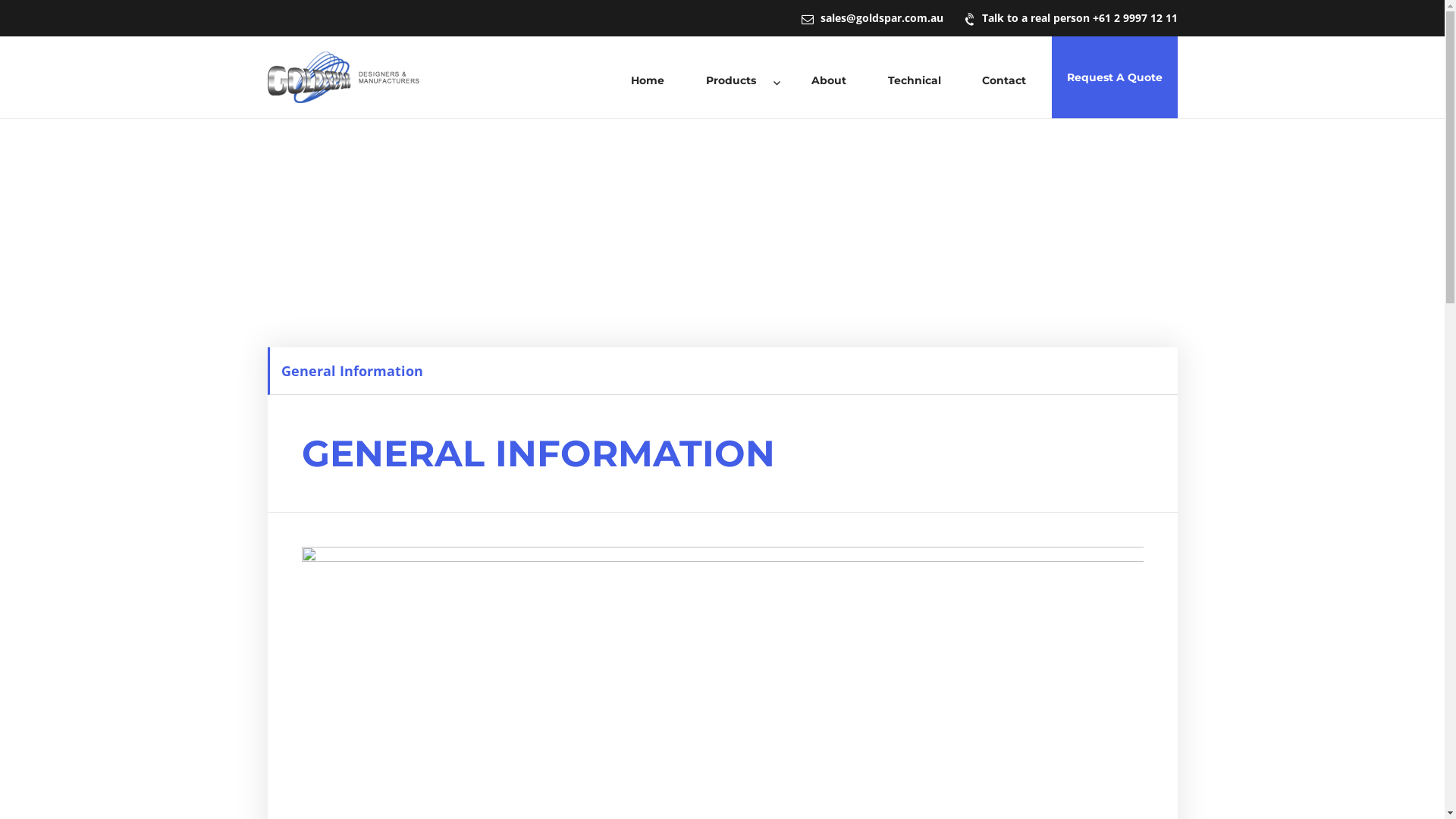 The height and width of the screenshot is (819, 1456). Describe the element at coordinates (871, 17) in the screenshot. I see `'sales@goldspar.com.au'` at that location.